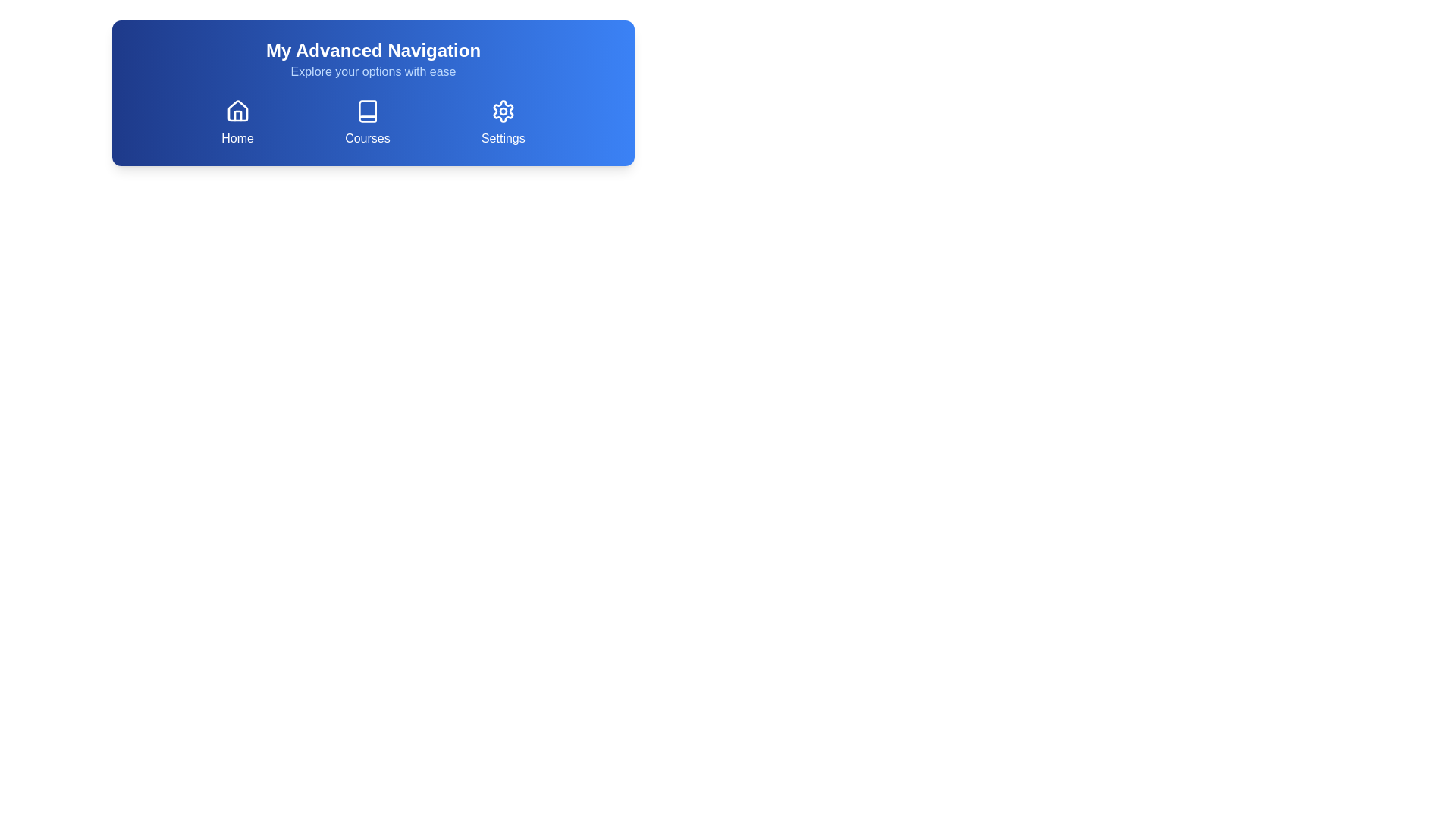  What do you see at coordinates (373, 49) in the screenshot?
I see `the large, bold text element reading 'My Advanced Navigation', which is prominently positioned at the top-central region of the interface with a blue gradient background` at bounding box center [373, 49].